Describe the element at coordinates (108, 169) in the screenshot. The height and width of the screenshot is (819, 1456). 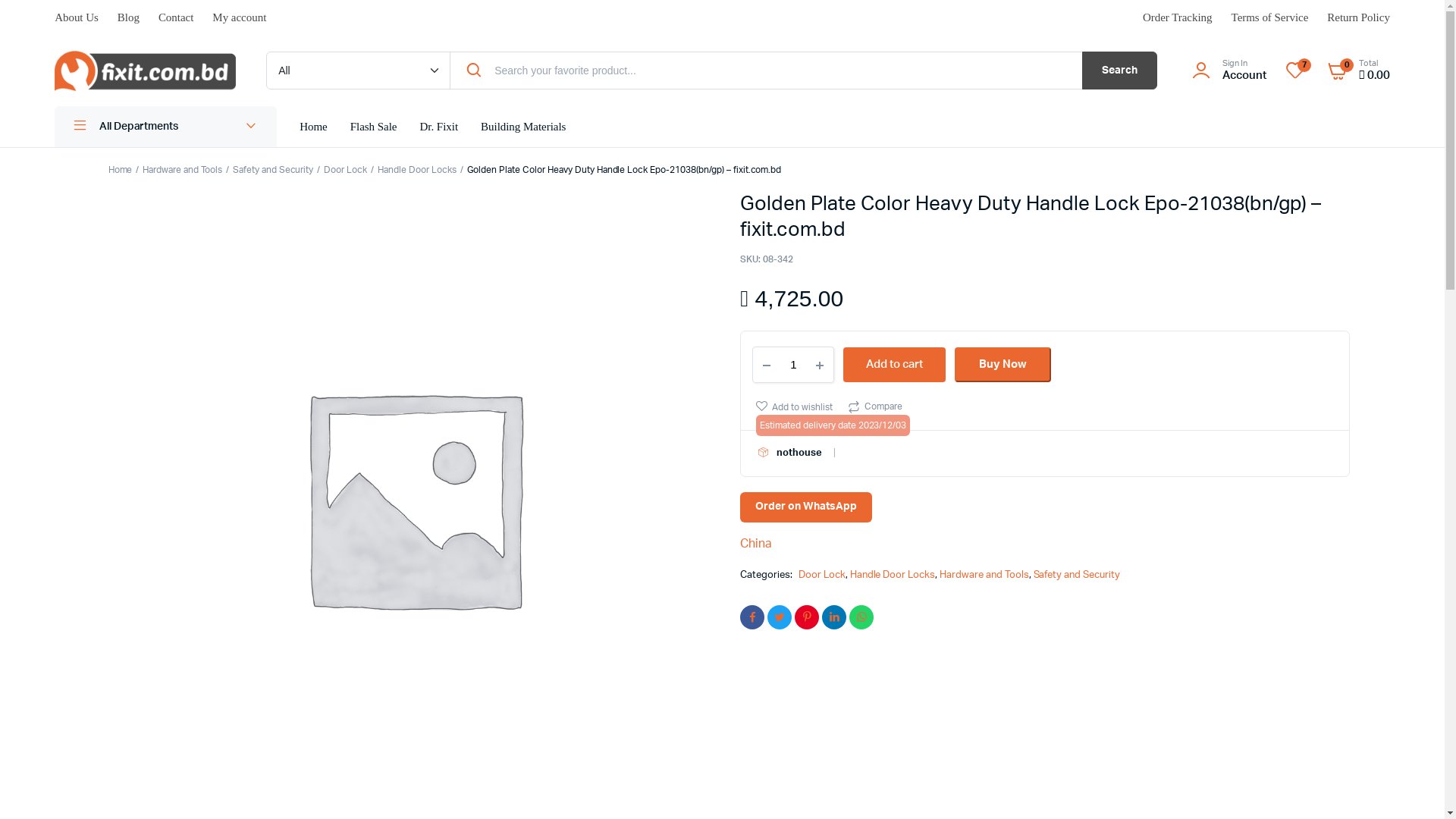
I see `'Home'` at that location.